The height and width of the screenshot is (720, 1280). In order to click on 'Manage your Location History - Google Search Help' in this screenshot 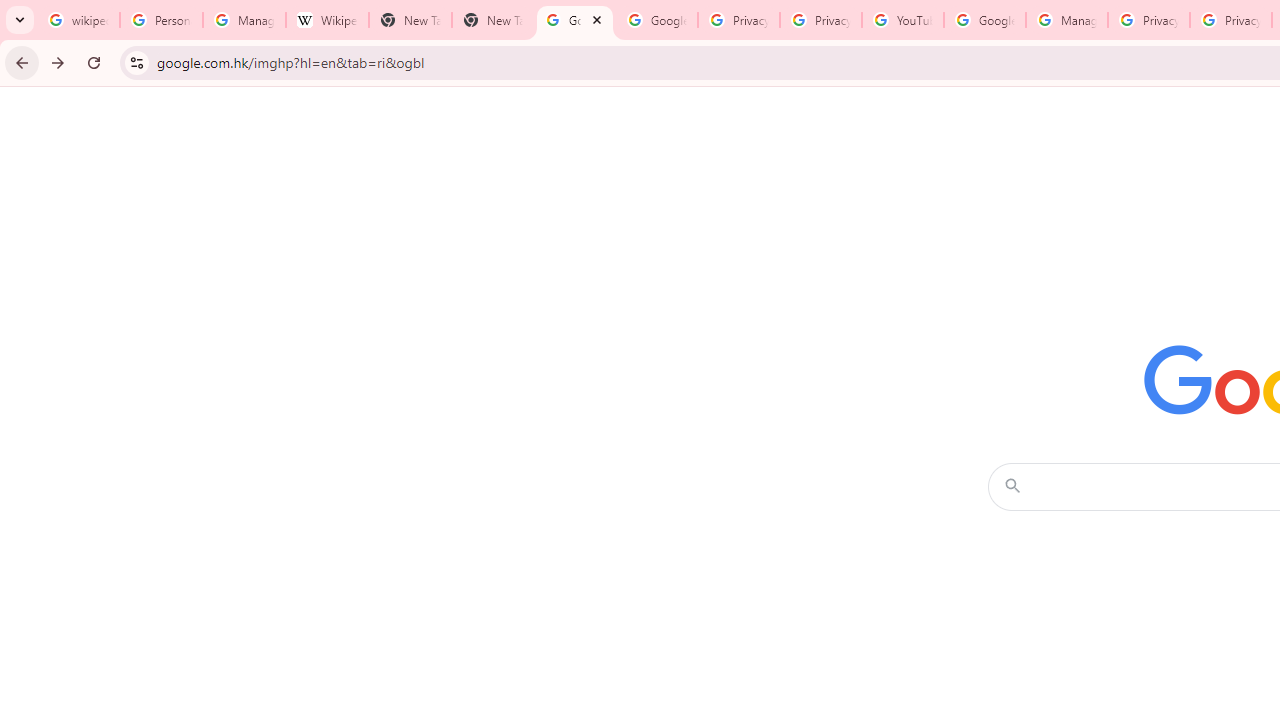, I will do `click(243, 20)`.